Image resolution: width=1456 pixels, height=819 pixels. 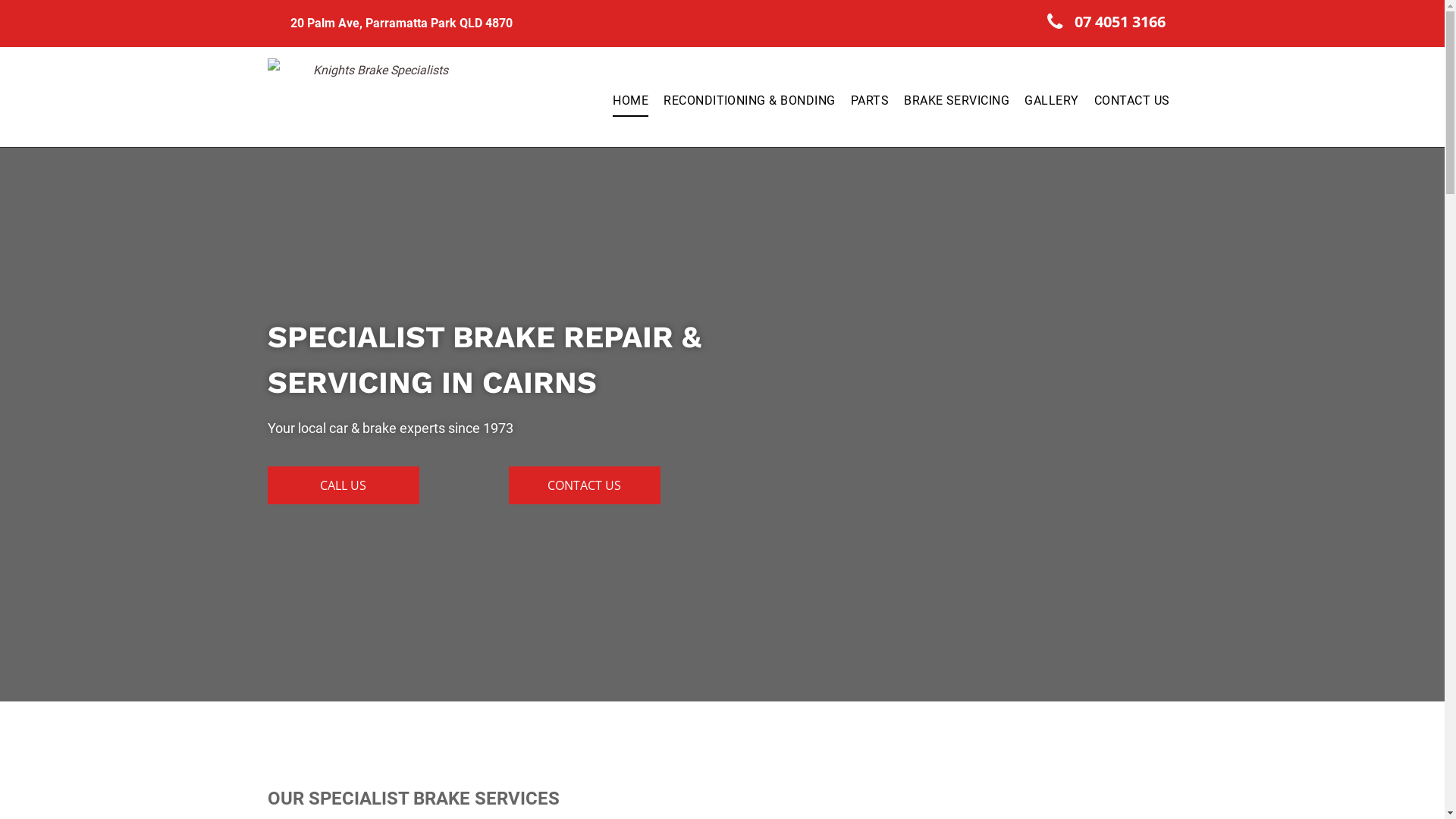 I want to click on 'Knights Brake Specialists', so click(x=374, y=96).